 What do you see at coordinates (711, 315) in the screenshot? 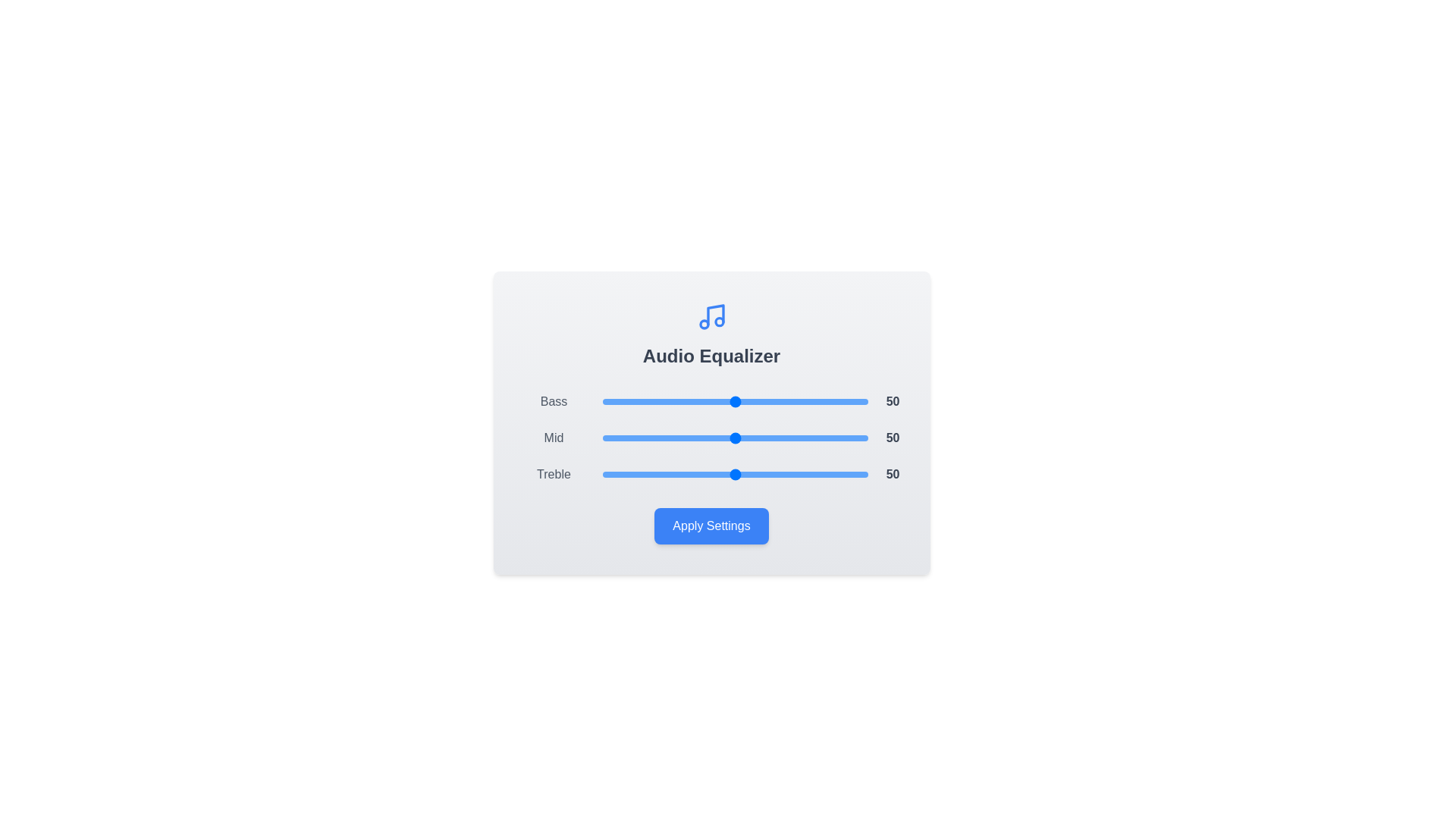
I see `the music icon in the header` at bounding box center [711, 315].